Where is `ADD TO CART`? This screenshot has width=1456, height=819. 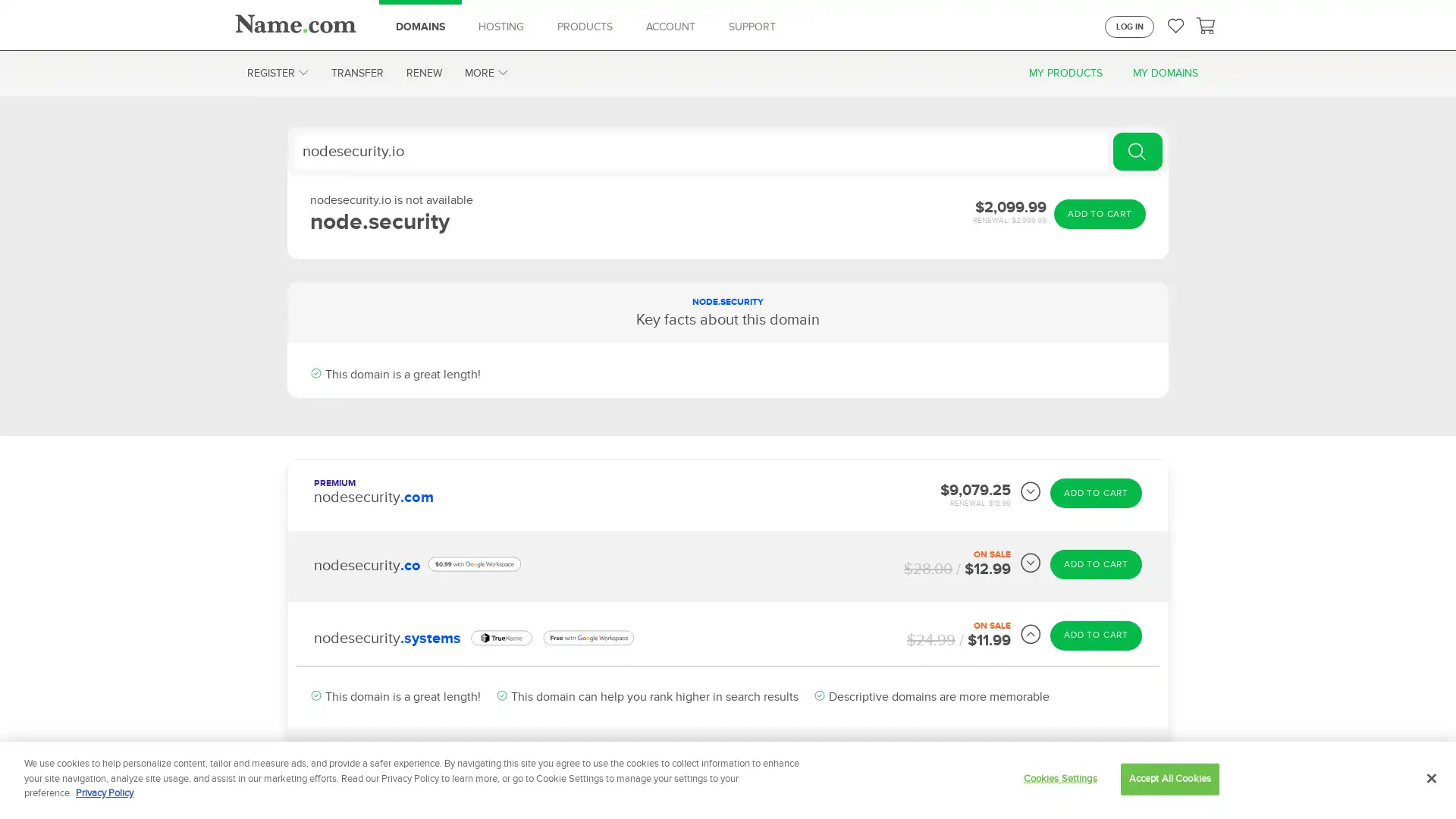 ADD TO CART is located at coordinates (1096, 564).